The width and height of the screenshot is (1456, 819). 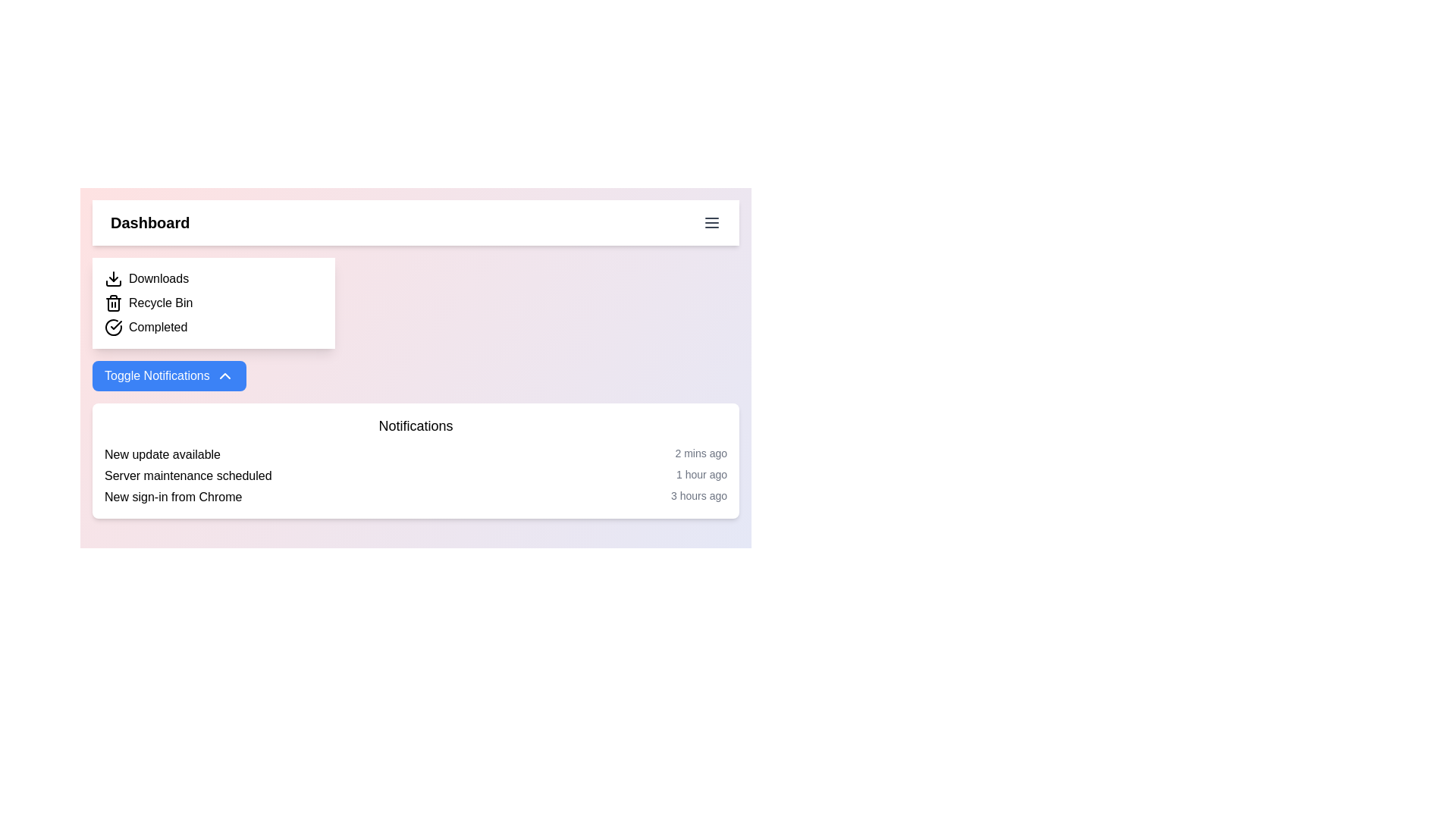 I want to click on the second notification in the vertical list that informs about a scheduled server maintenance that occurred 1 hour ago, so click(x=416, y=475).